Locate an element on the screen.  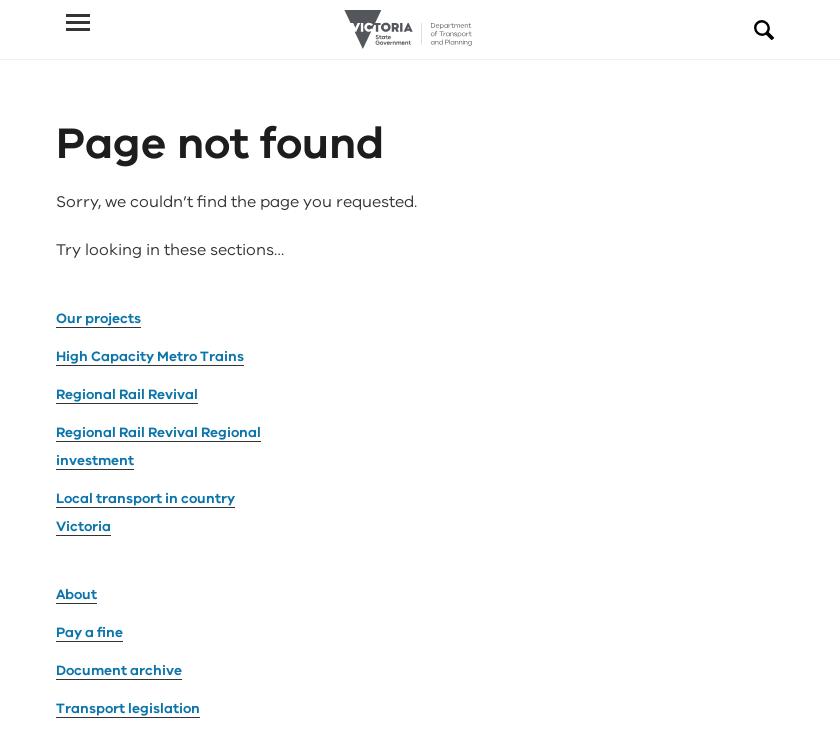
'Taxis, hire cars and ridesharing' is located at coordinates (56, 623).